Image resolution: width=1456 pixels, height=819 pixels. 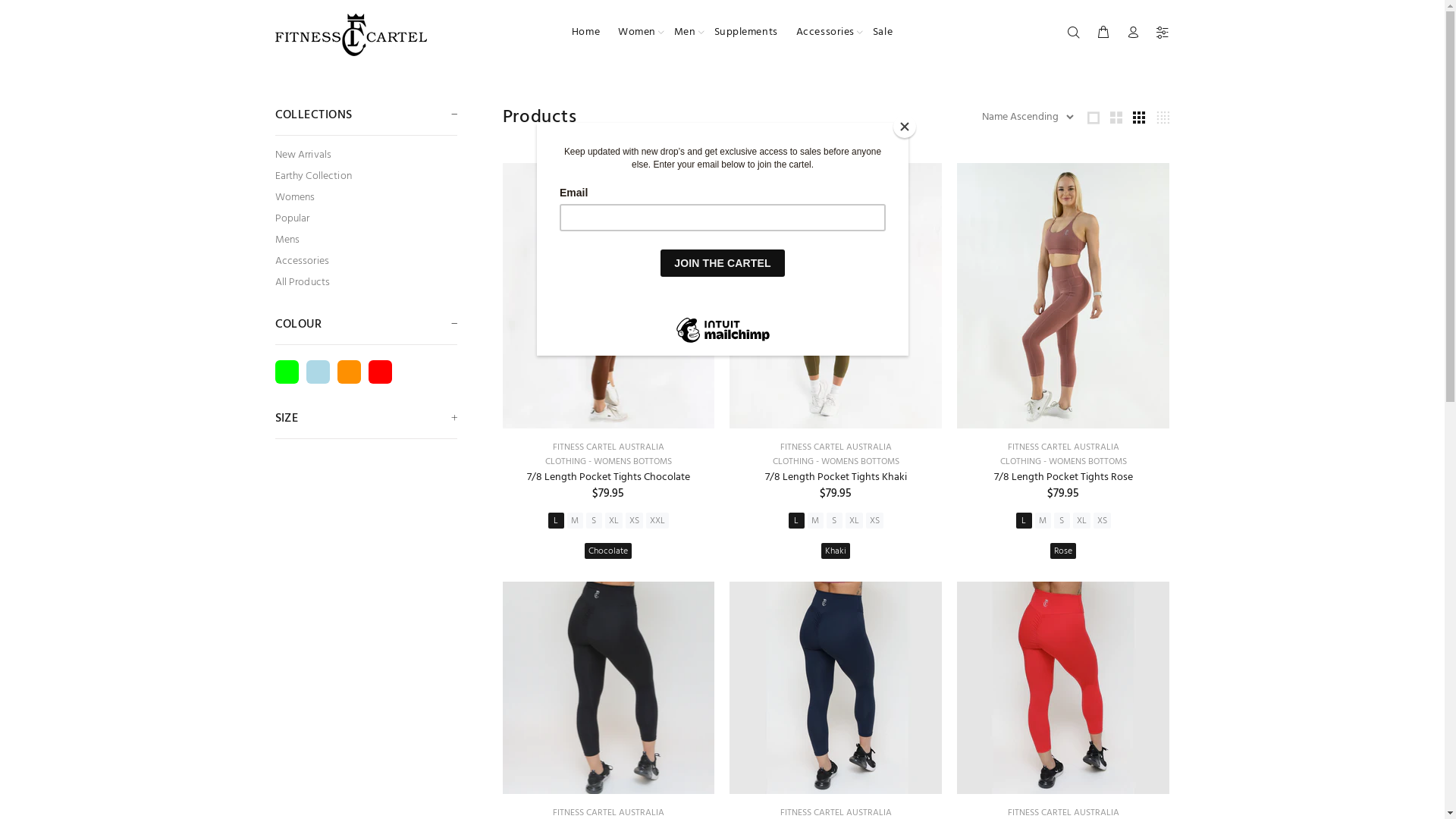 What do you see at coordinates (317, 372) in the screenshot?
I see `'Light Blue'` at bounding box center [317, 372].